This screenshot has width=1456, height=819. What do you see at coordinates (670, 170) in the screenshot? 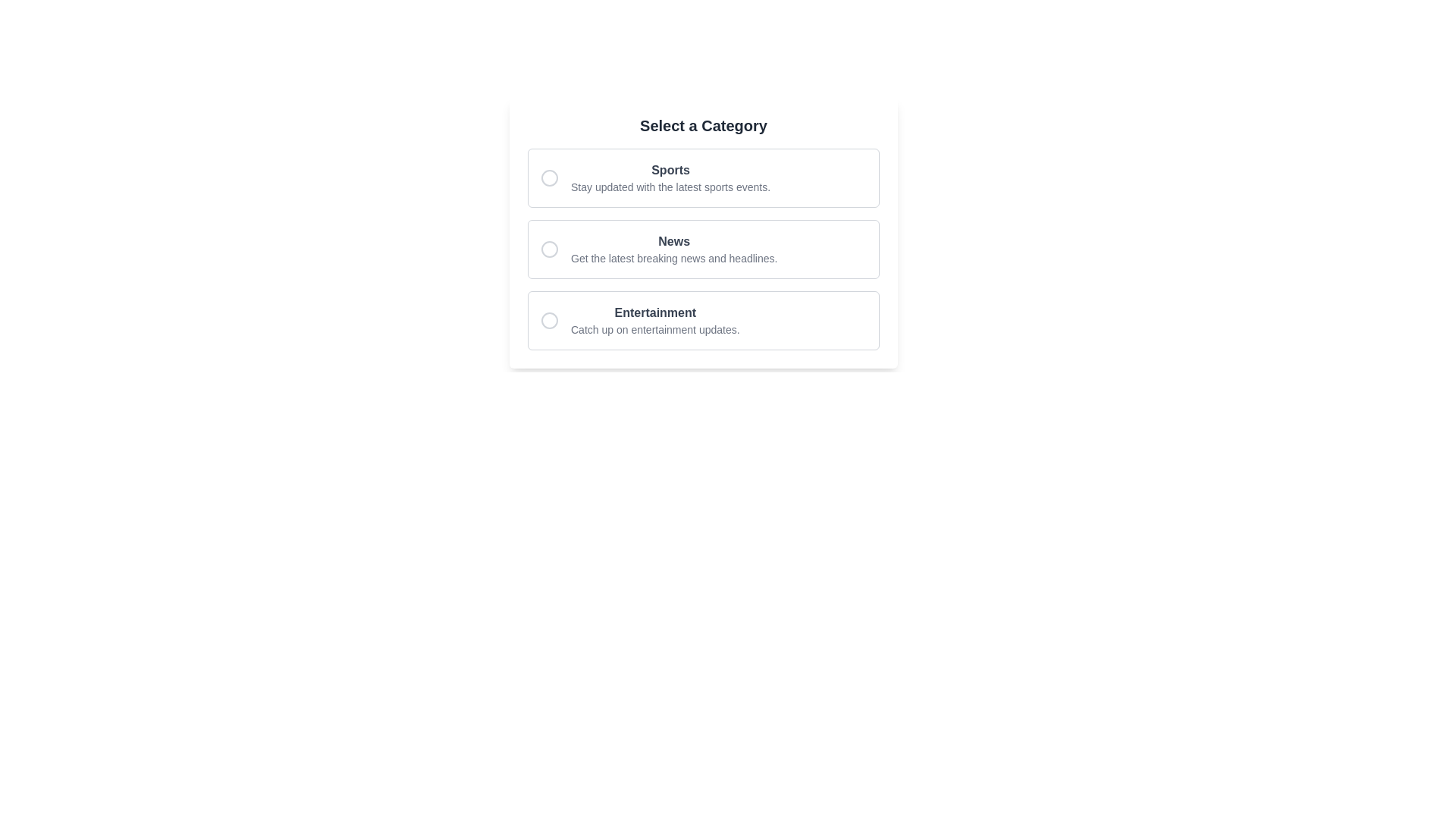
I see `the static text label that serves as the title for the 'Sports' category, which is positioned above the description text 'Stay updated with the latest sports events.'` at bounding box center [670, 170].